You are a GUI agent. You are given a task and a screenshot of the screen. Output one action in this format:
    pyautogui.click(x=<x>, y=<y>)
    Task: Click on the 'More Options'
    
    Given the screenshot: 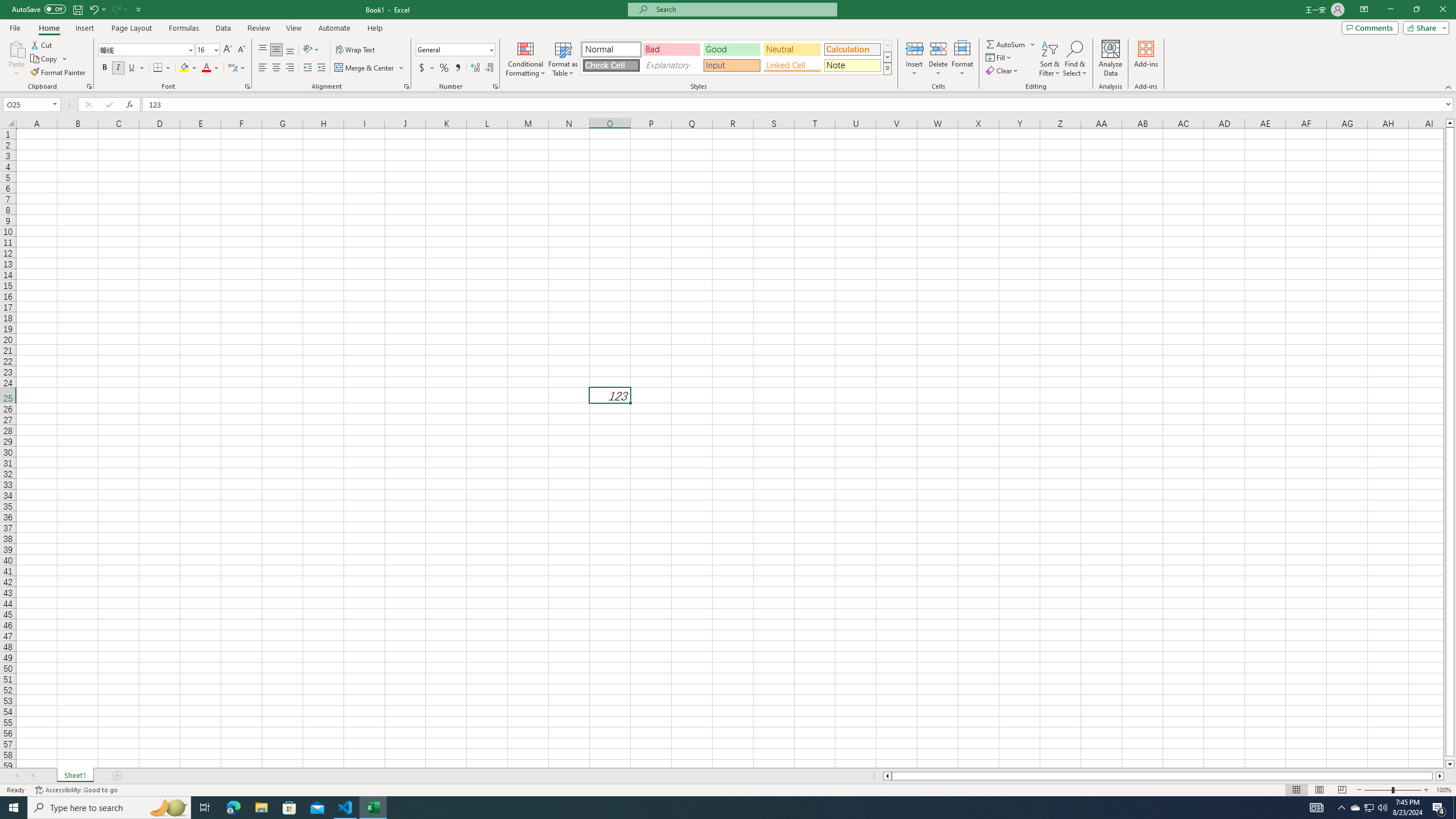 What is the action you would take?
    pyautogui.click(x=1033, y=44)
    